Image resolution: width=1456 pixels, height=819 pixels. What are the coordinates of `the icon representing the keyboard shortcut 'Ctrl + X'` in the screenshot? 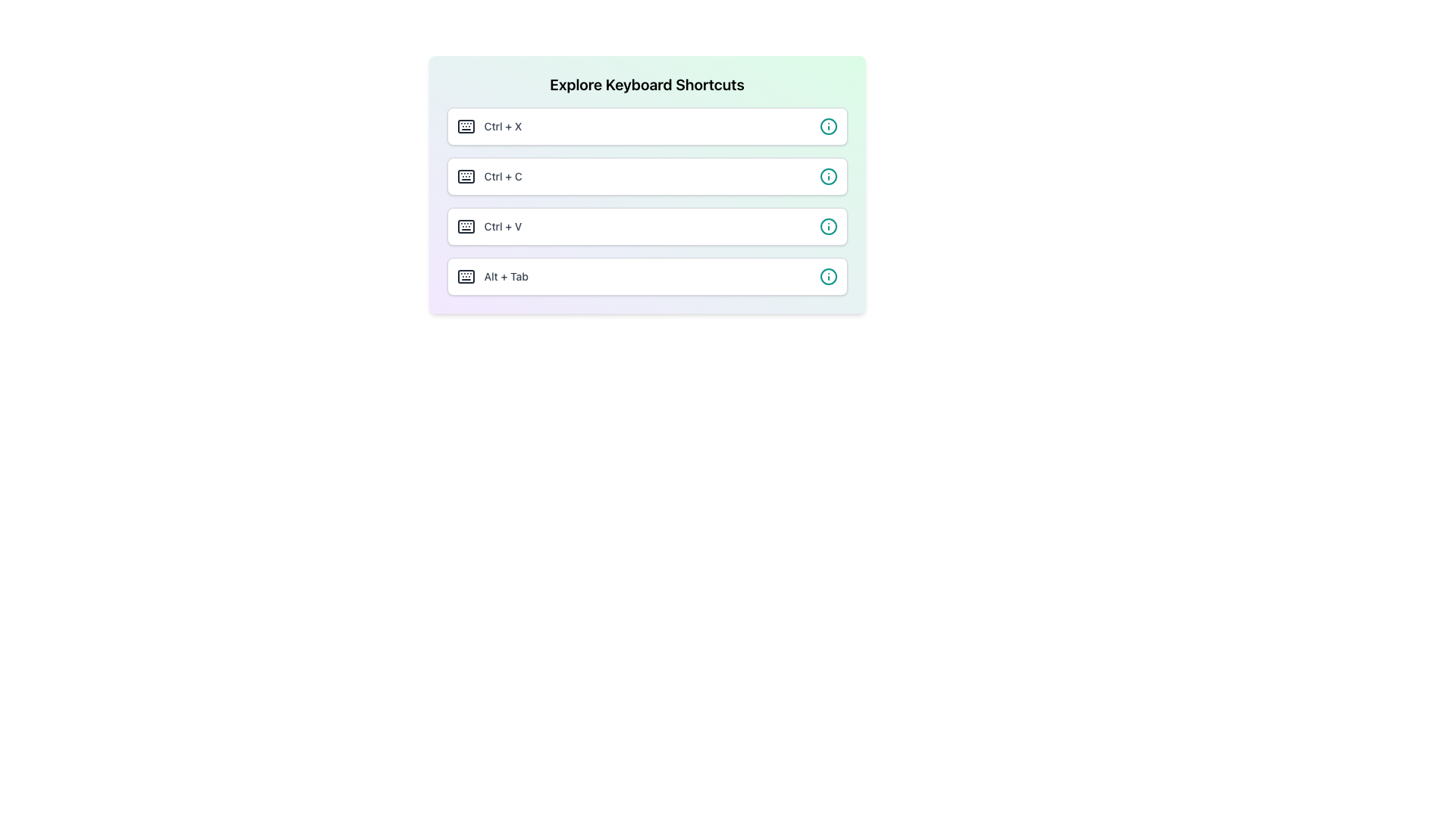 It's located at (465, 125).